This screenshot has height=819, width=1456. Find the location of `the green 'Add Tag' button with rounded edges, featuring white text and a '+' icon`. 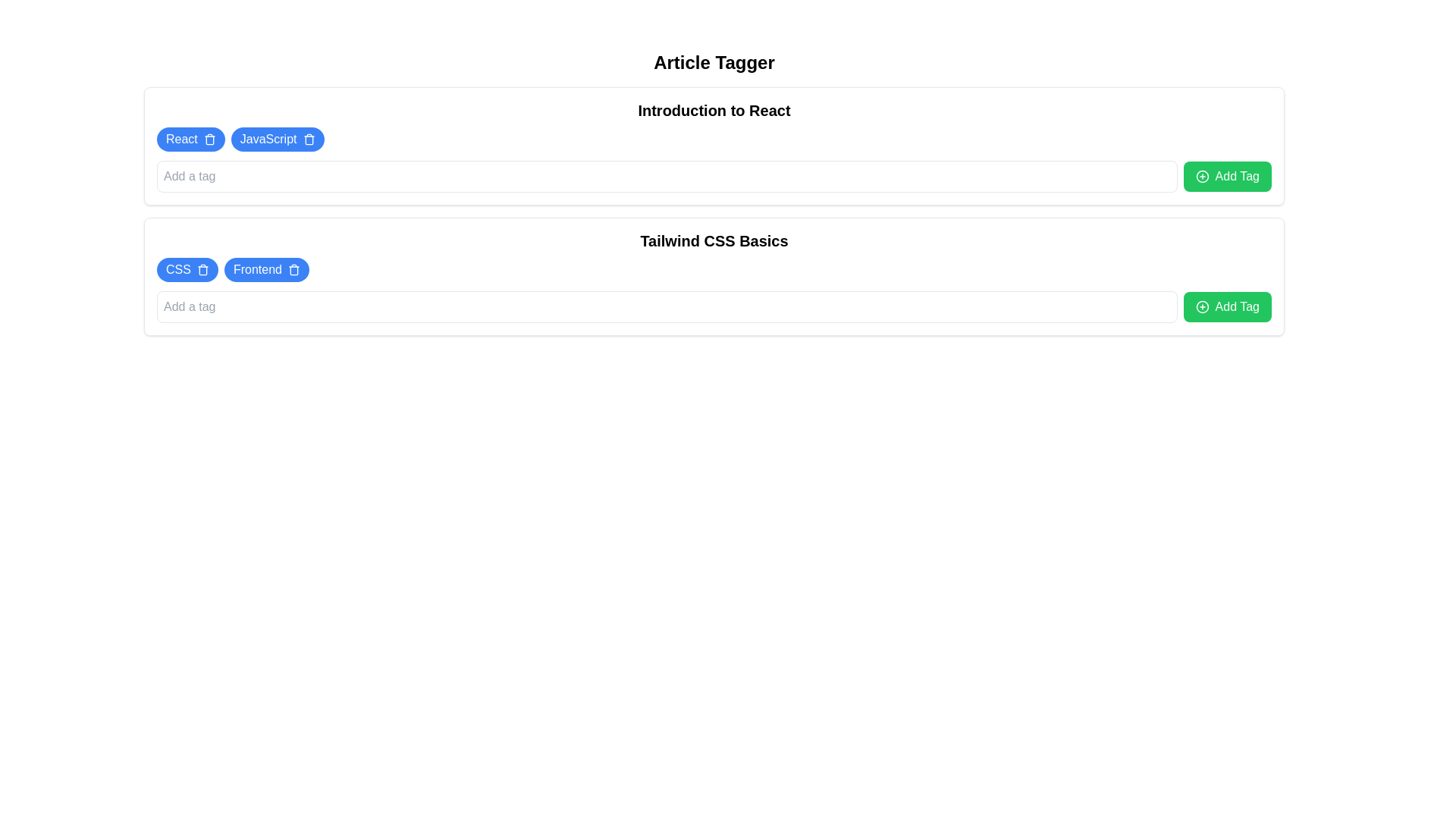

the green 'Add Tag' button with rounded edges, featuring white text and a '+' icon is located at coordinates (1227, 175).